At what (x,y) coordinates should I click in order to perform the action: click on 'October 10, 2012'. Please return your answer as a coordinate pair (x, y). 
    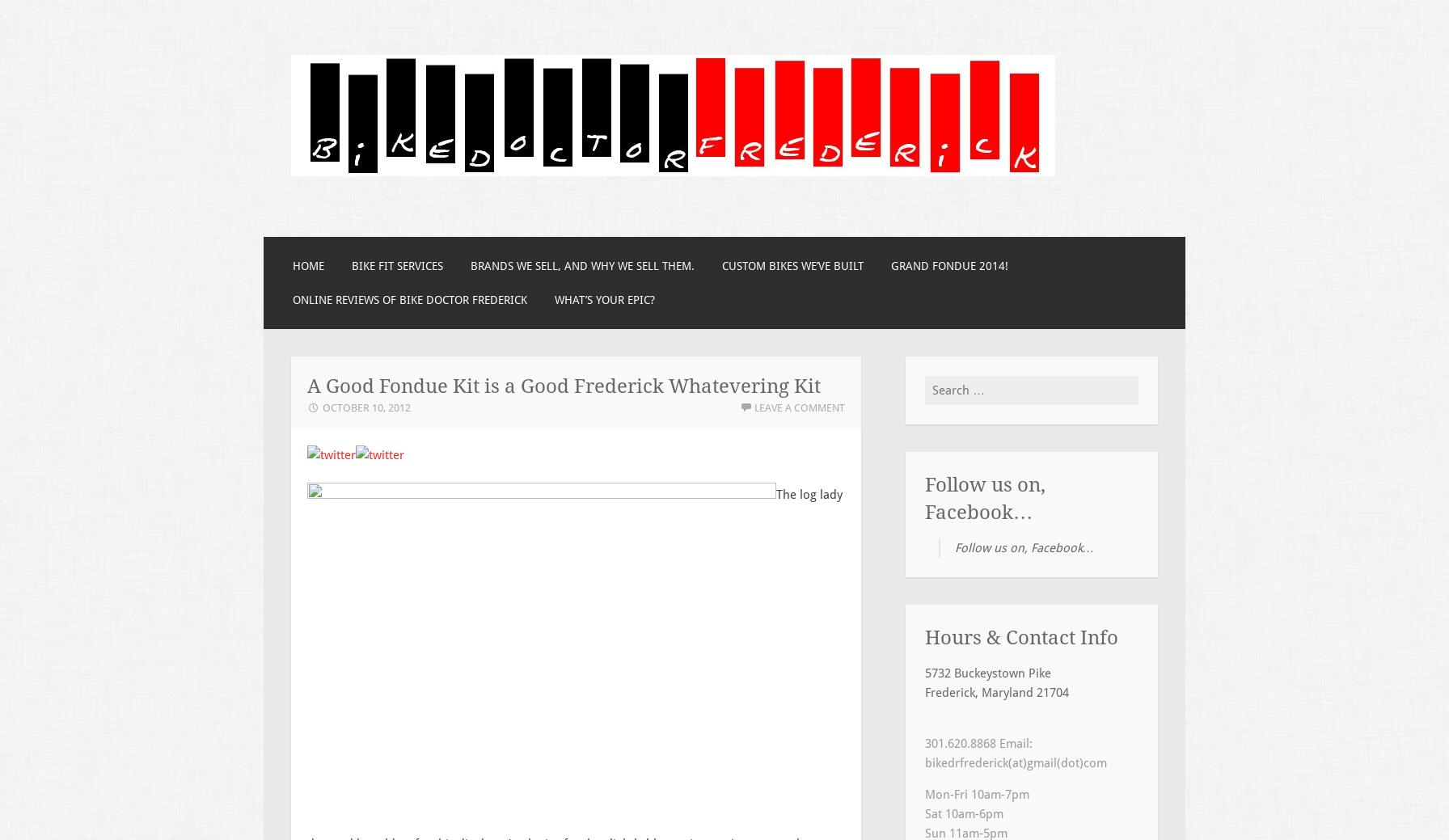
    Looking at the image, I should click on (323, 407).